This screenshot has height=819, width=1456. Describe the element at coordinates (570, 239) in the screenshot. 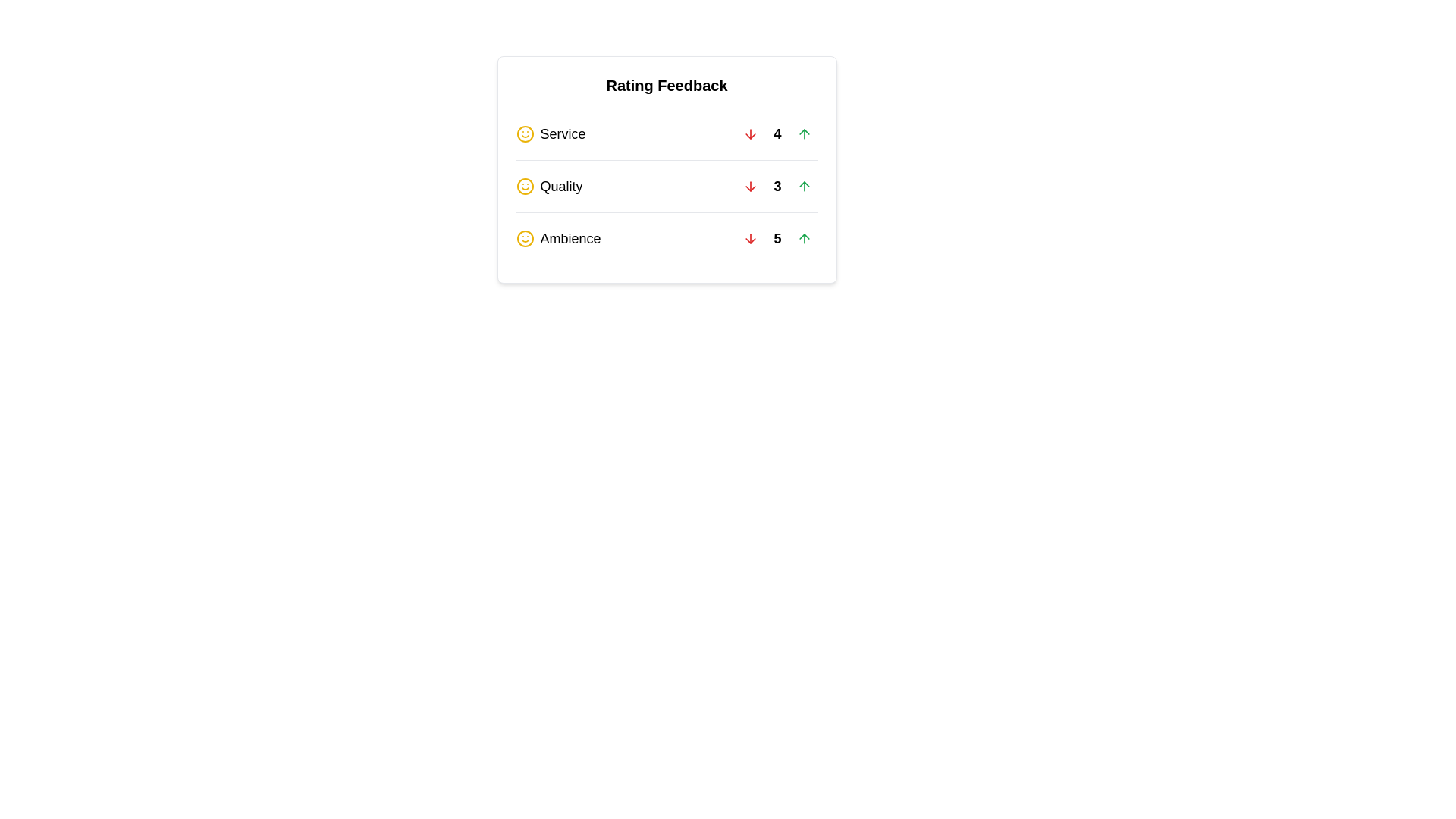

I see `the text label 'Ambience'` at that location.